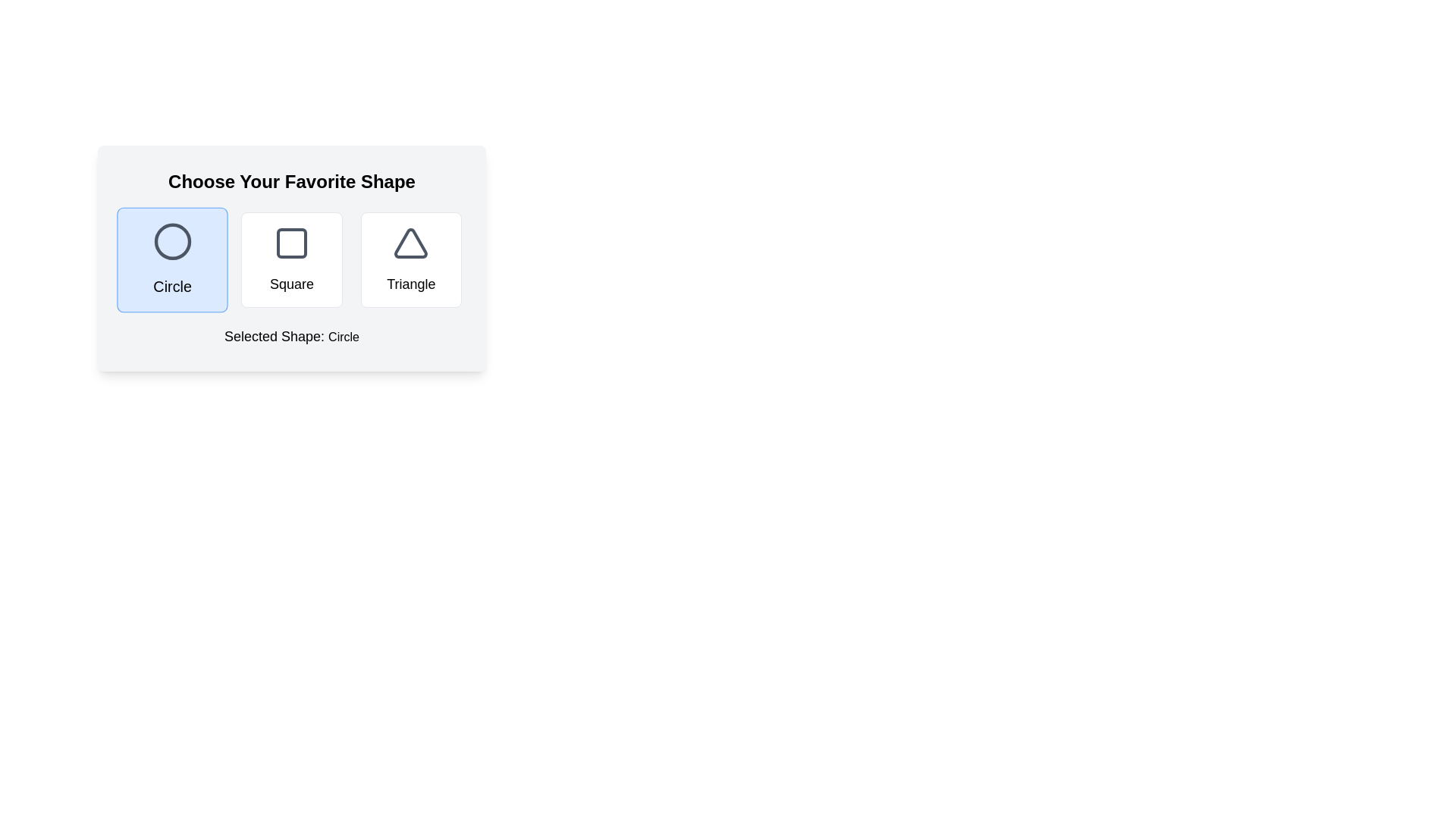  What do you see at coordinates (291, 180) in the screenshot?
I see `the heading text that instructs the user to choose their preferred shape, positioned at the top center of the section` at bounding box center [291, 180].